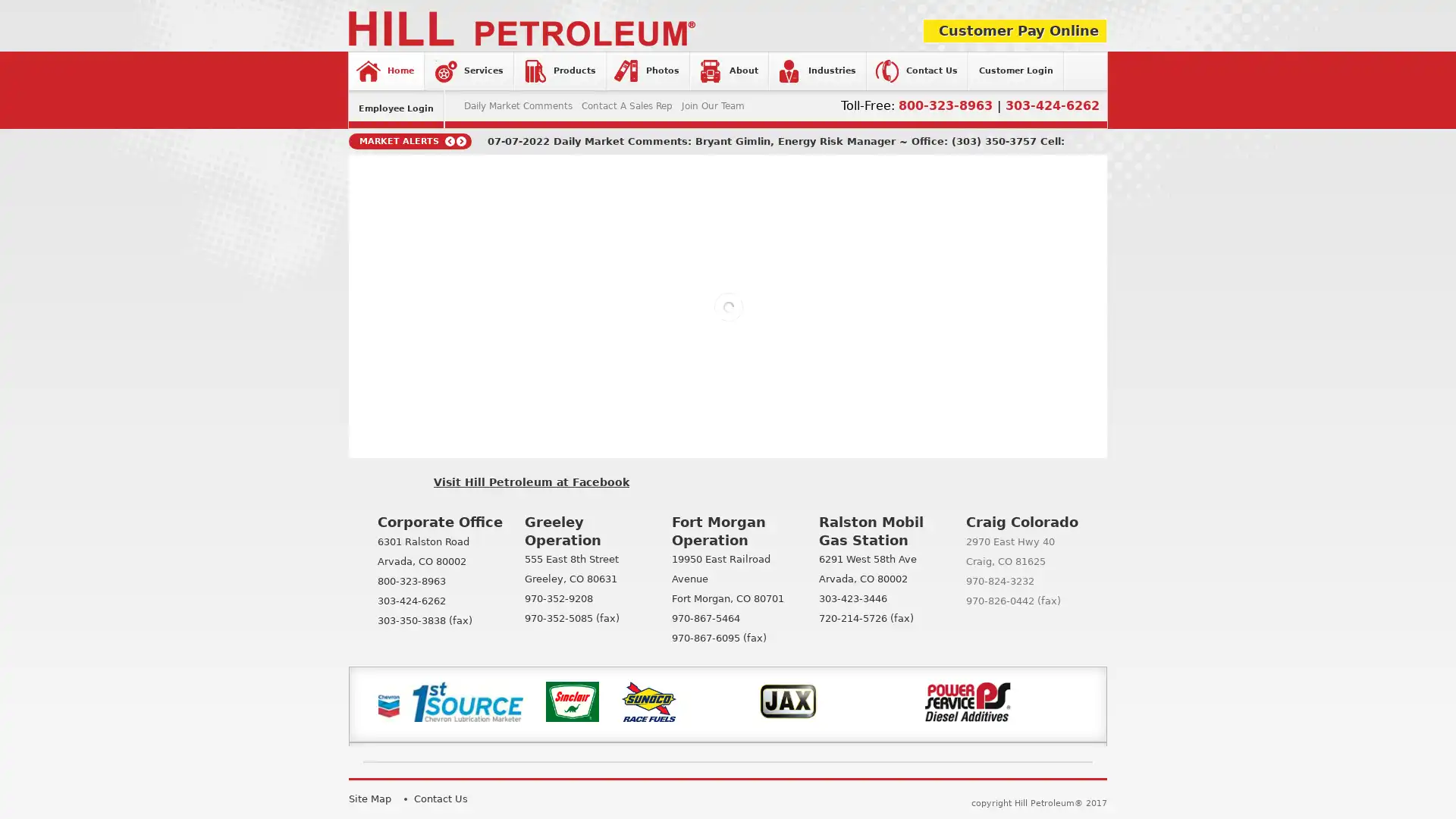 The image size is (1456, 819). Describe the element at coordinates (628, 275) in the screenshot. I see `Login` at that location.